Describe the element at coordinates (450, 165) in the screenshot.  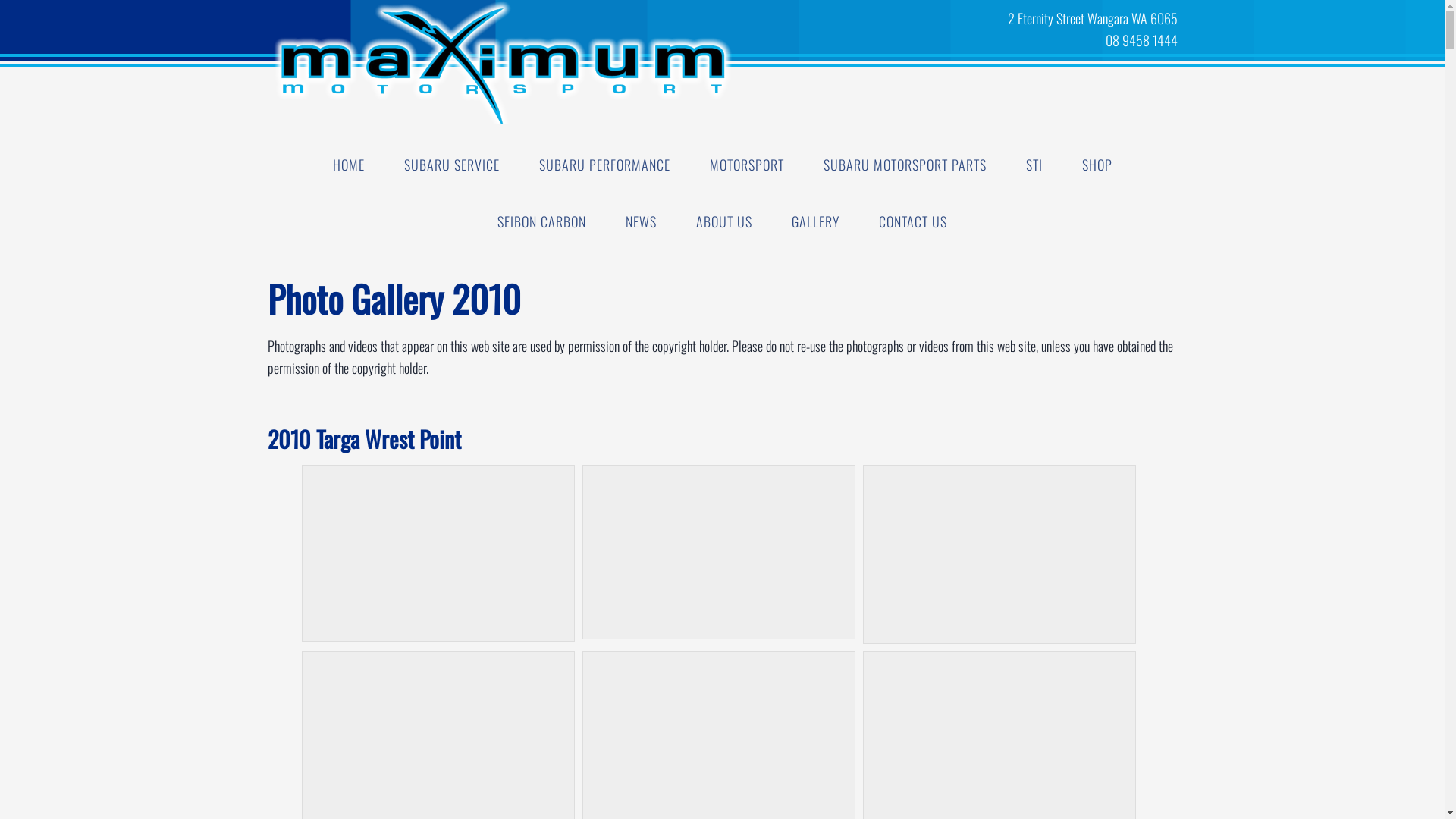
I see `'SUBARU SERVICE'` at that location.